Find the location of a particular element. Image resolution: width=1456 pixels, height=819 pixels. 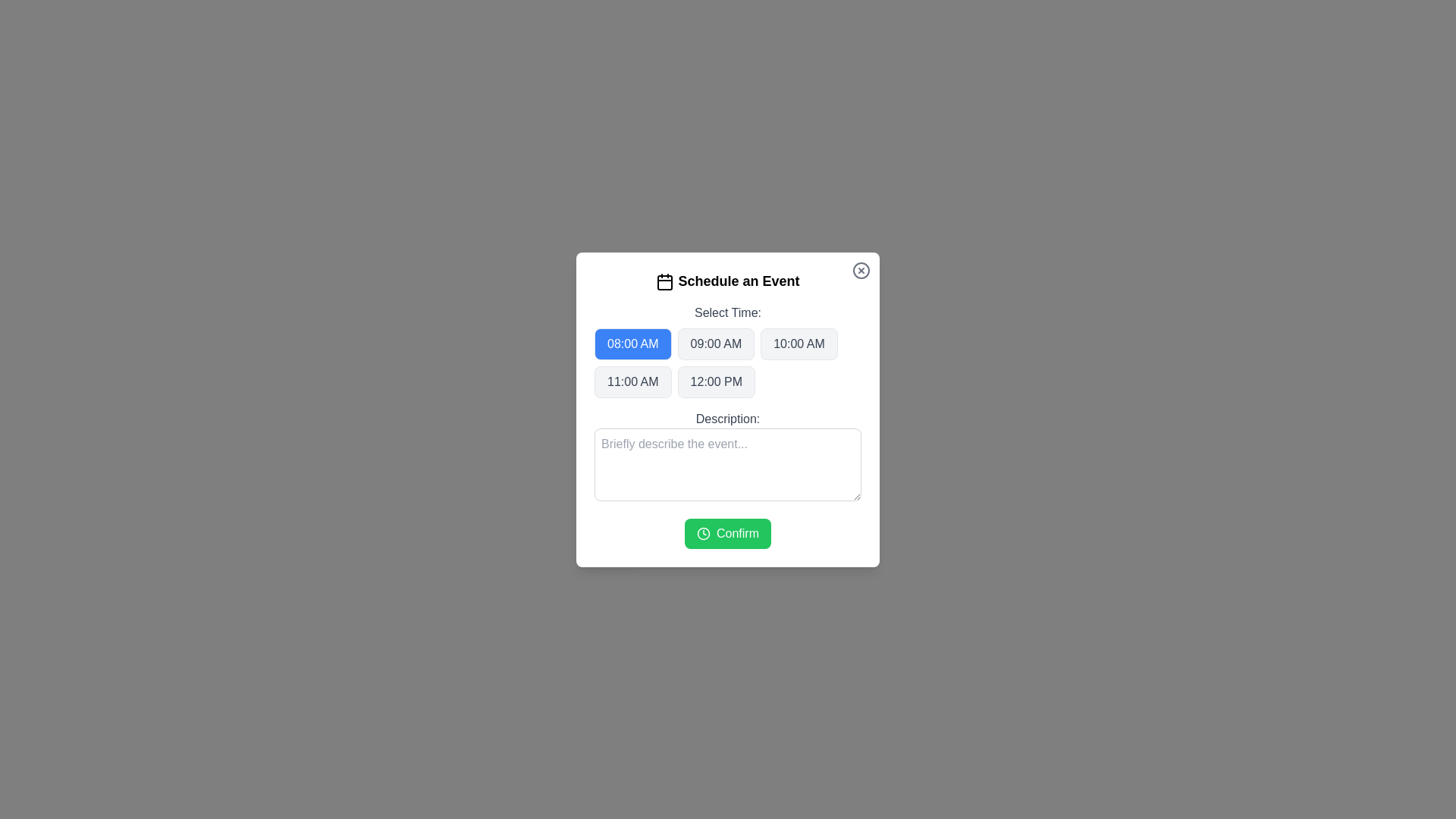

the '10:00 AM' button in the time selection group is located at coordinates (799, 344).